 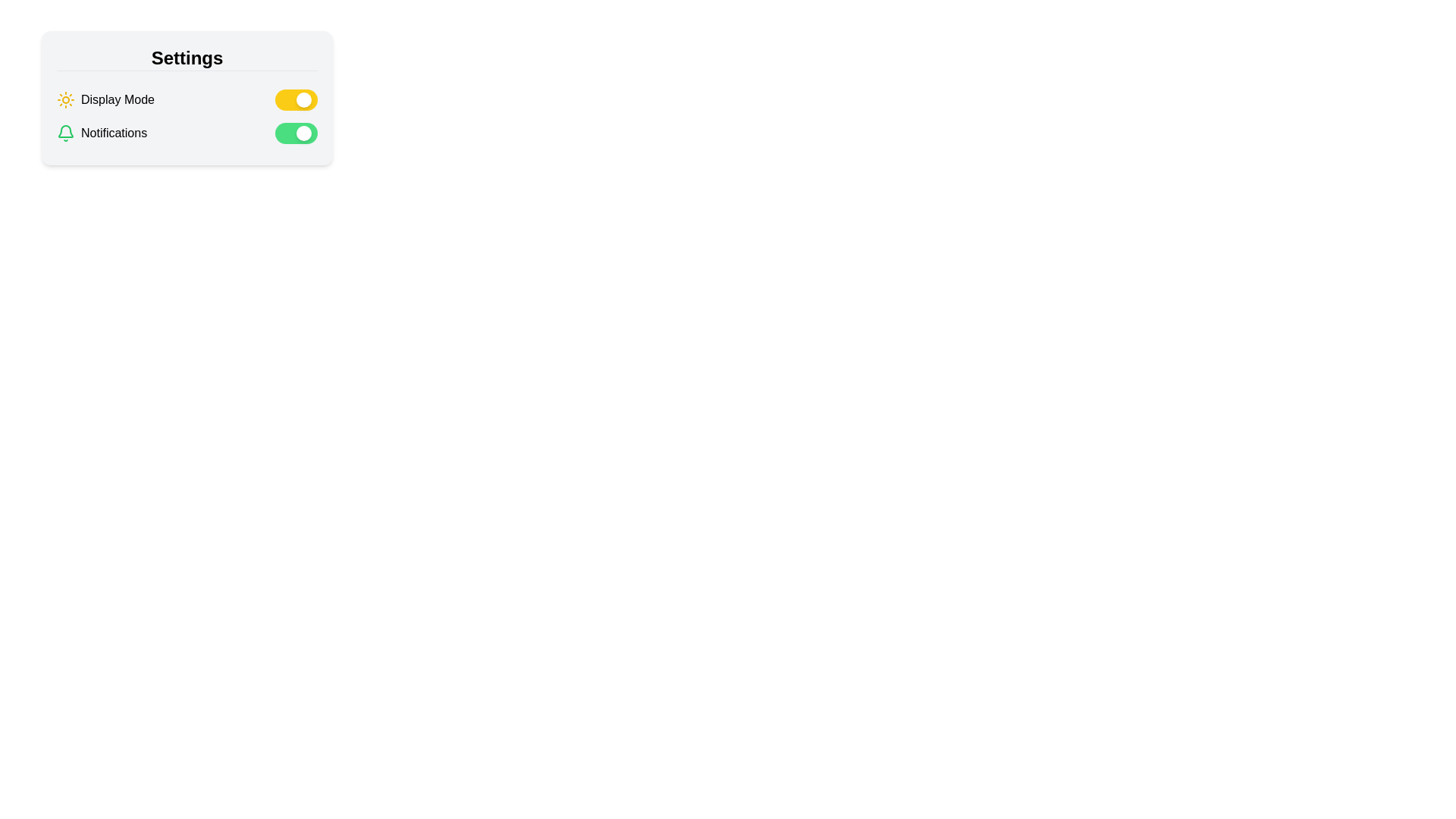 What do you see at coordinates (64, 99) in the screenshot?
I see `the 'Display Mode' icon located in the top-left corner of the settings module, which is aligned to the left of the 'Display Mode' text and toggle switch` at bounding box center [64, 99].